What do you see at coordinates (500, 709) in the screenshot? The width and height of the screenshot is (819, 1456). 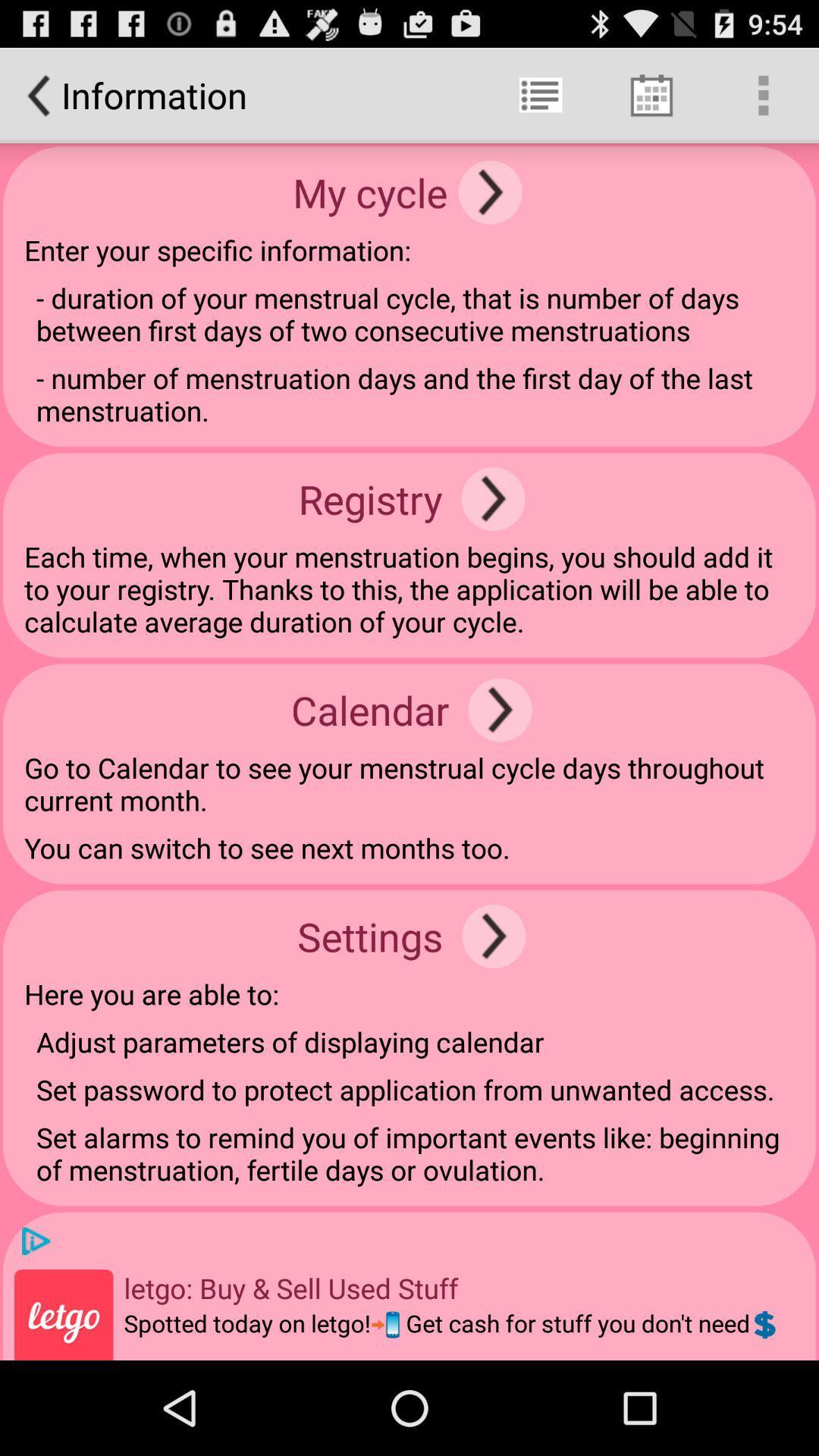 I see `the icon below the each time when item` at bounding box center [500, 709].